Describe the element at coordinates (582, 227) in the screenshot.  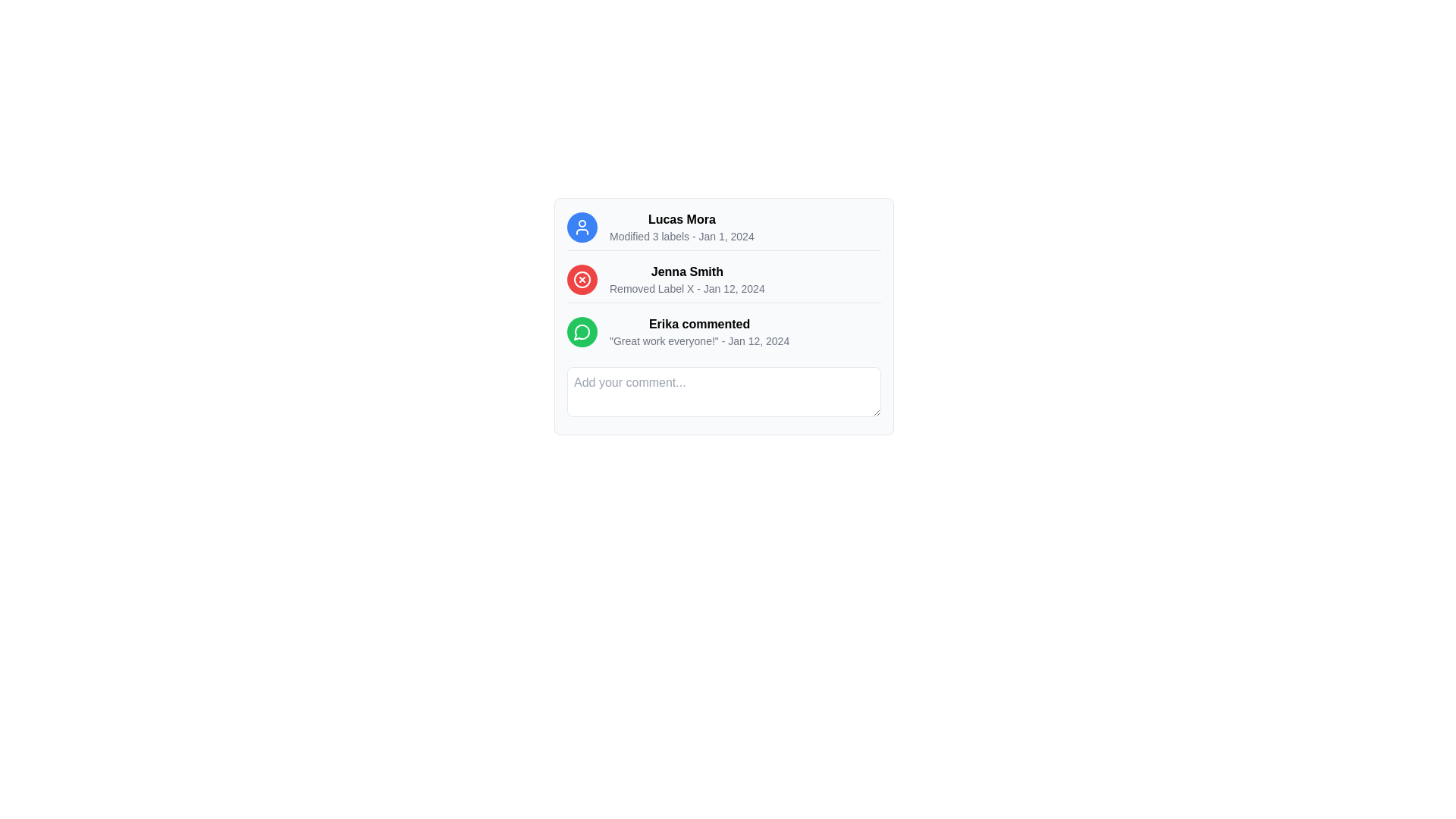
I see `the user outline icon with a blue background and white outline located on the leftmost side of the top row, aligned with 'Lucas Mora'` at that location.